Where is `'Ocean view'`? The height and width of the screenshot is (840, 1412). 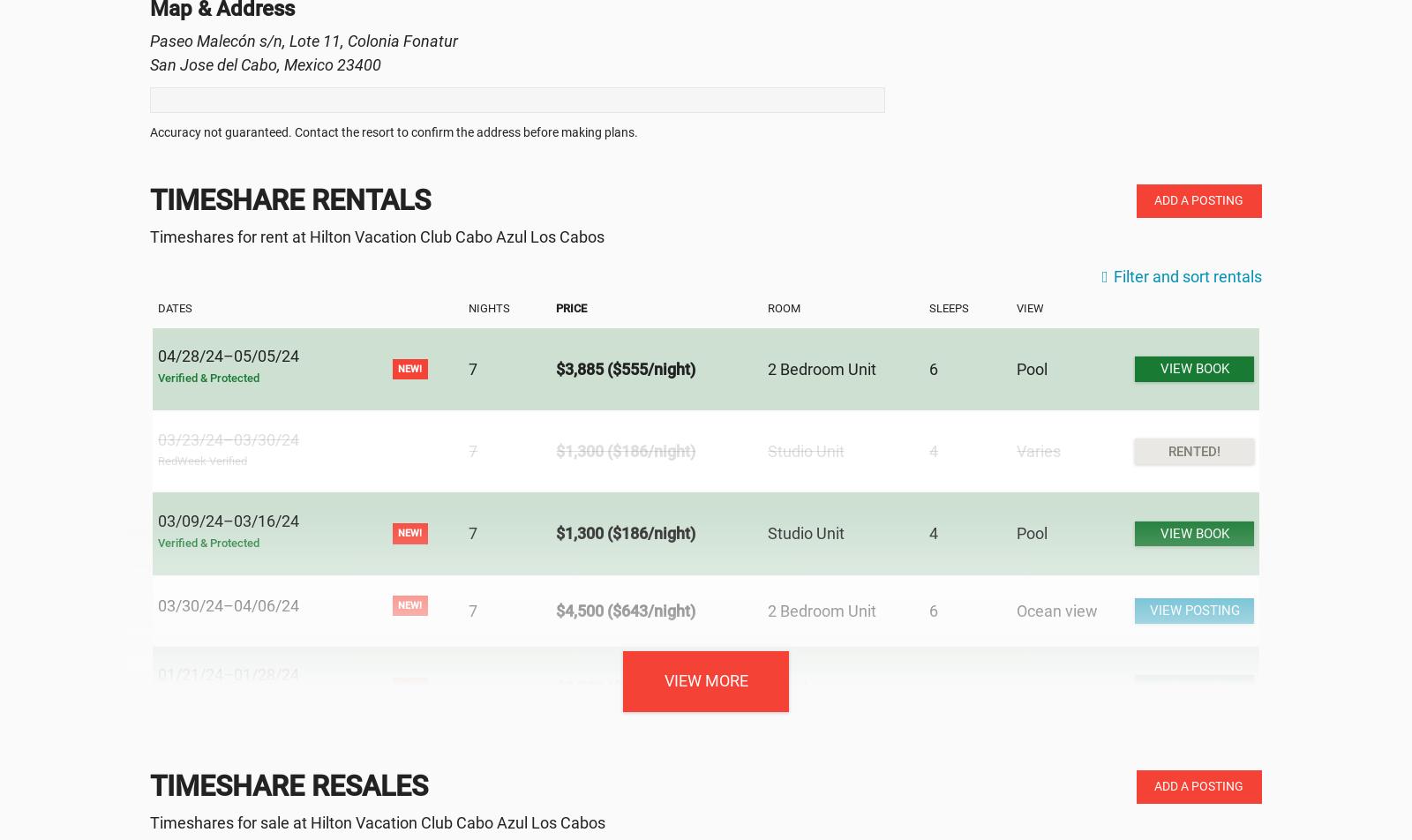
'Ocean view' is located at coordinates (1016, 610).